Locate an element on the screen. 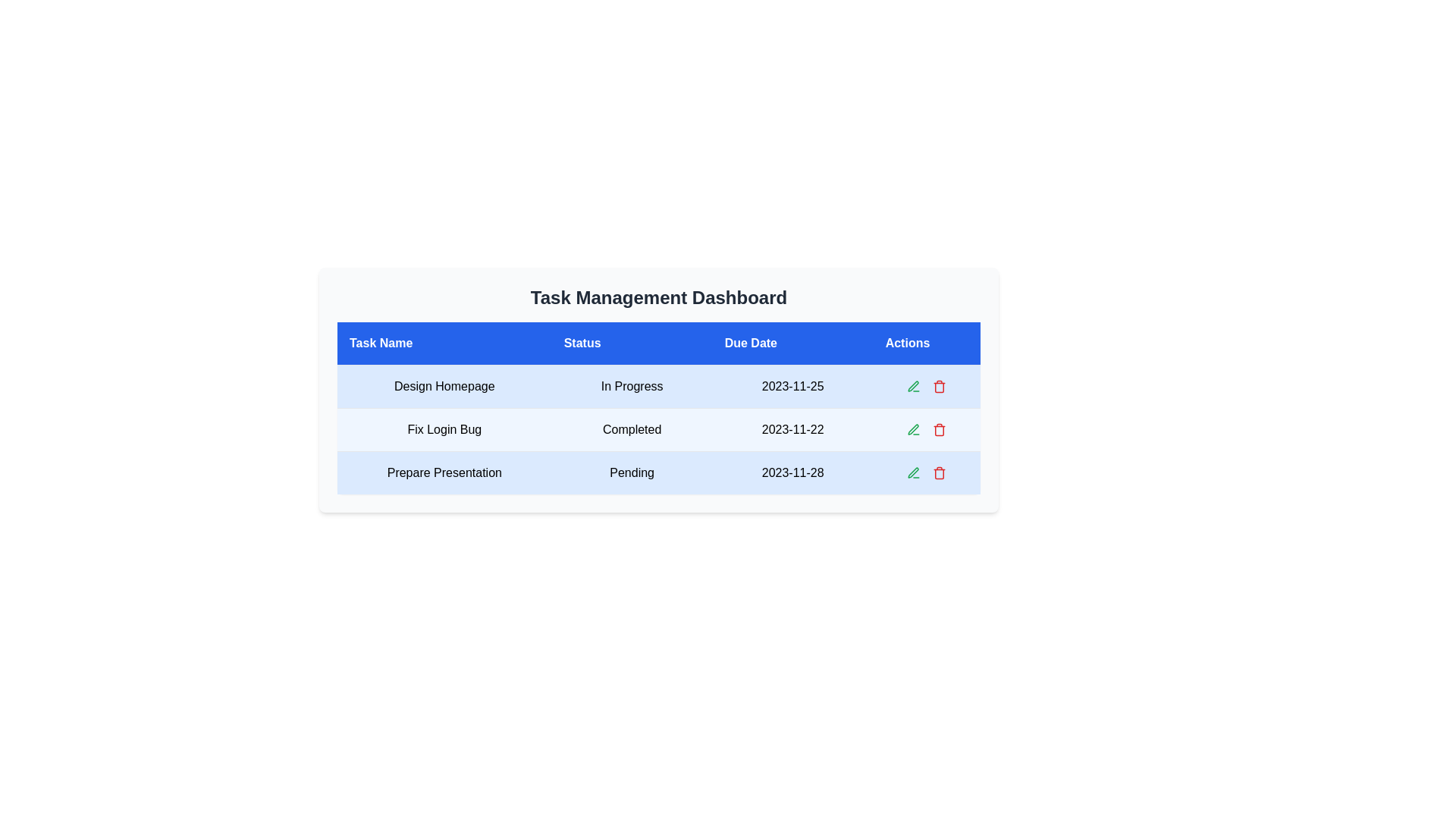 The image size is (1456, 819). the second row of the task management table displaying the task name 'Fix Login Bug', which is located below the header row is located at coordinates (658, 430).